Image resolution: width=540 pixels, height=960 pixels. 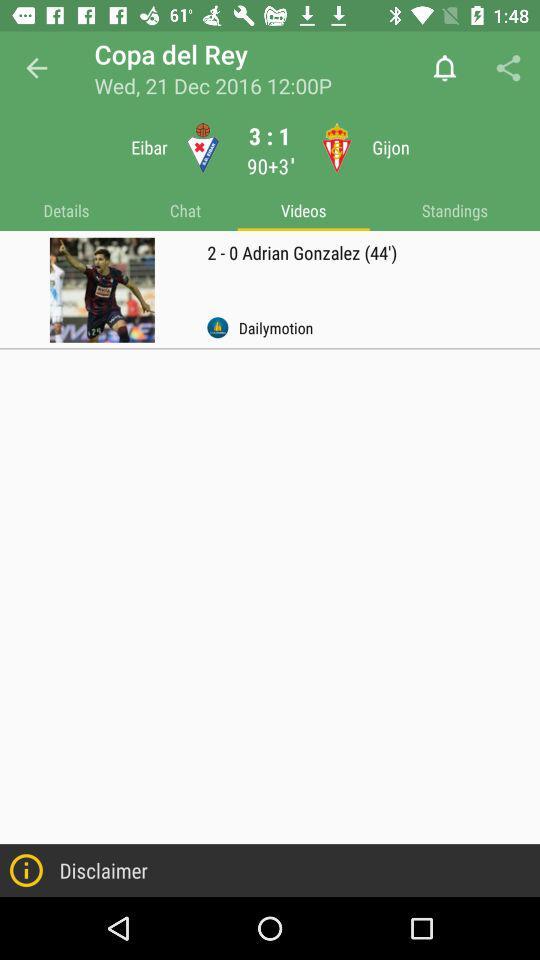 I want to click on left of disclaimer, so click(x=25, y=869).